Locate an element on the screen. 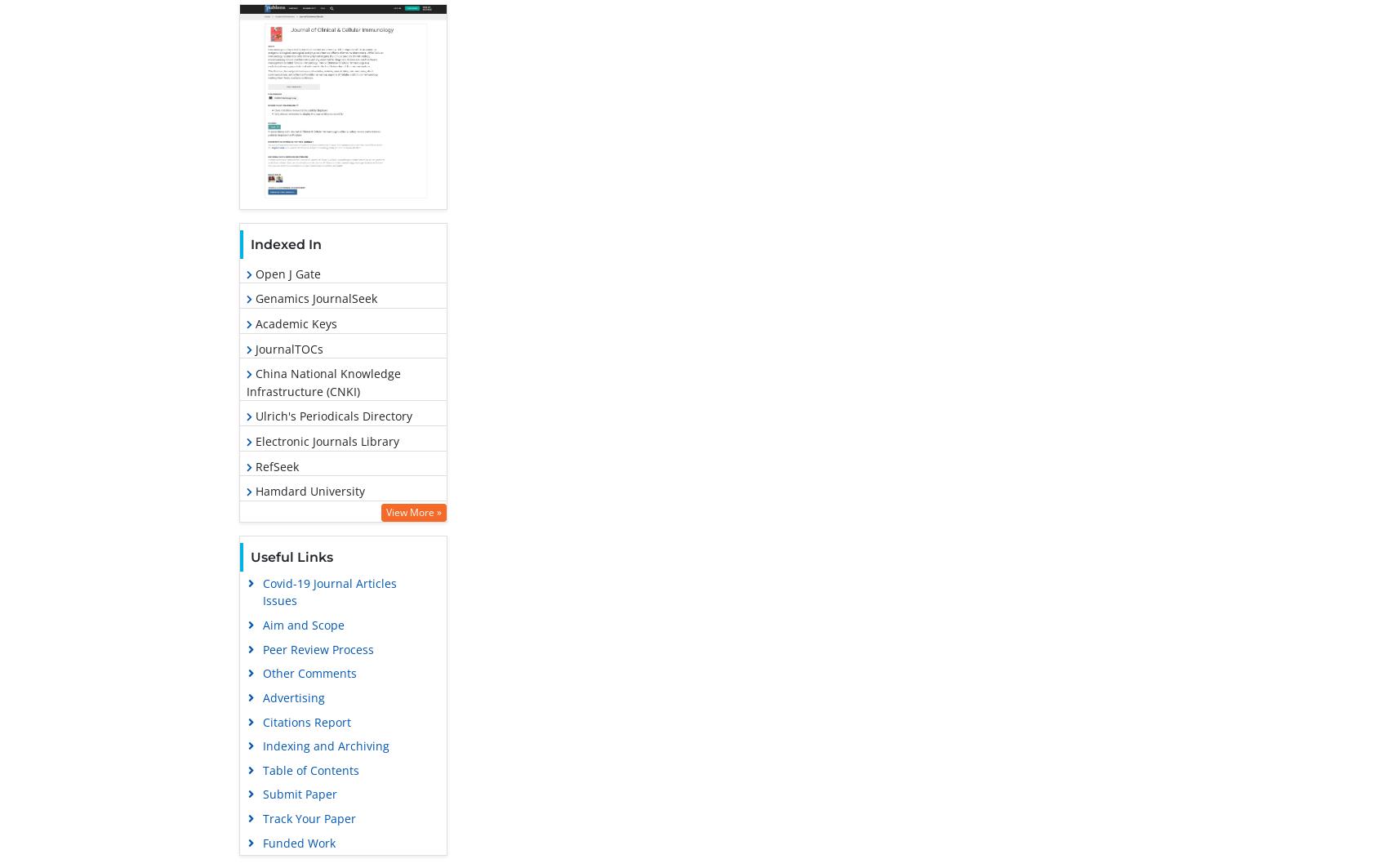 Image resolution: width=1384 pixels, height=868 pixels. 'SWB online catalog' is located at coordinates (304, 565).